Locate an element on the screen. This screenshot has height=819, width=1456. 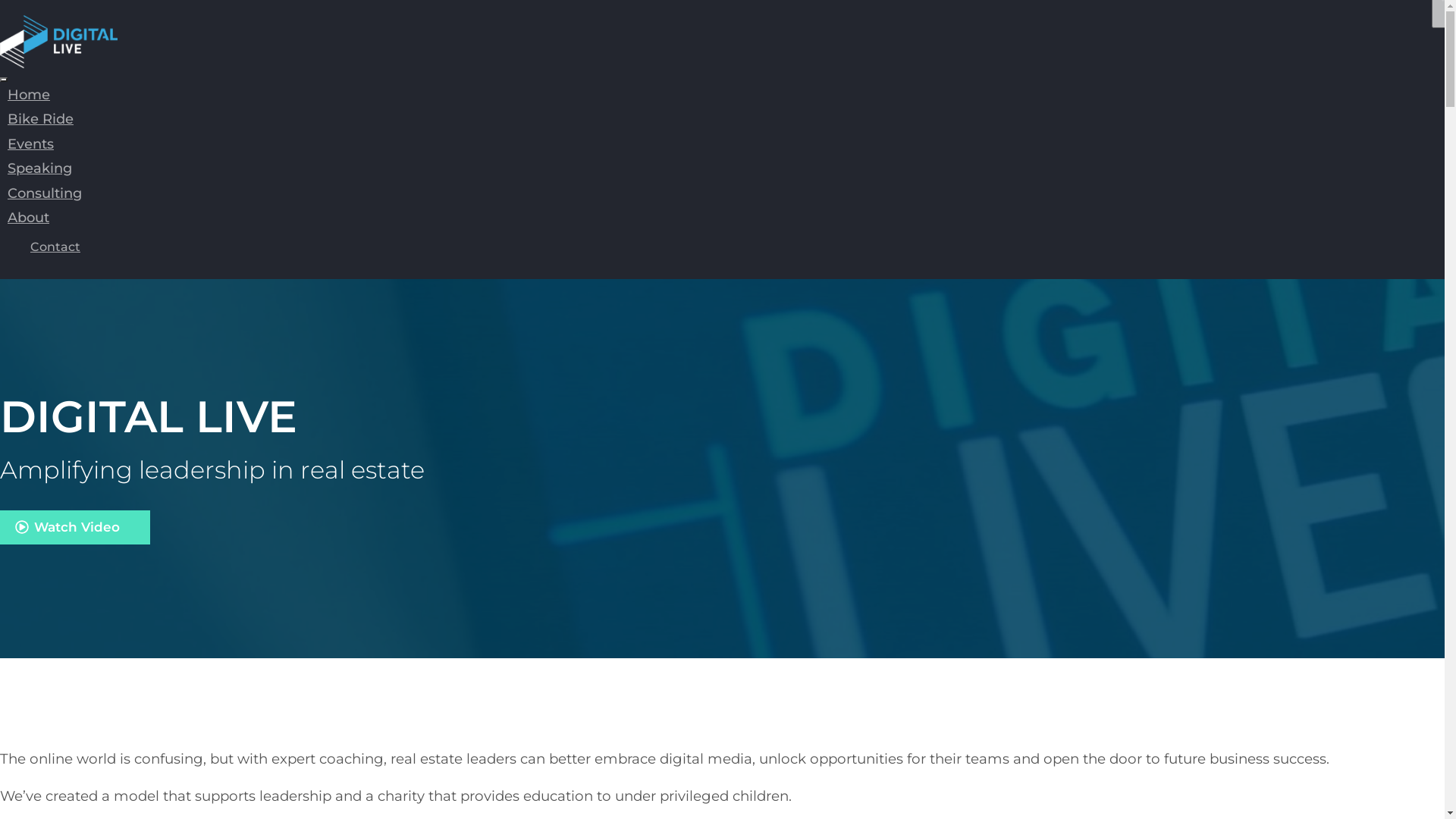
'Speaking' is located at coordinates (39, 168).